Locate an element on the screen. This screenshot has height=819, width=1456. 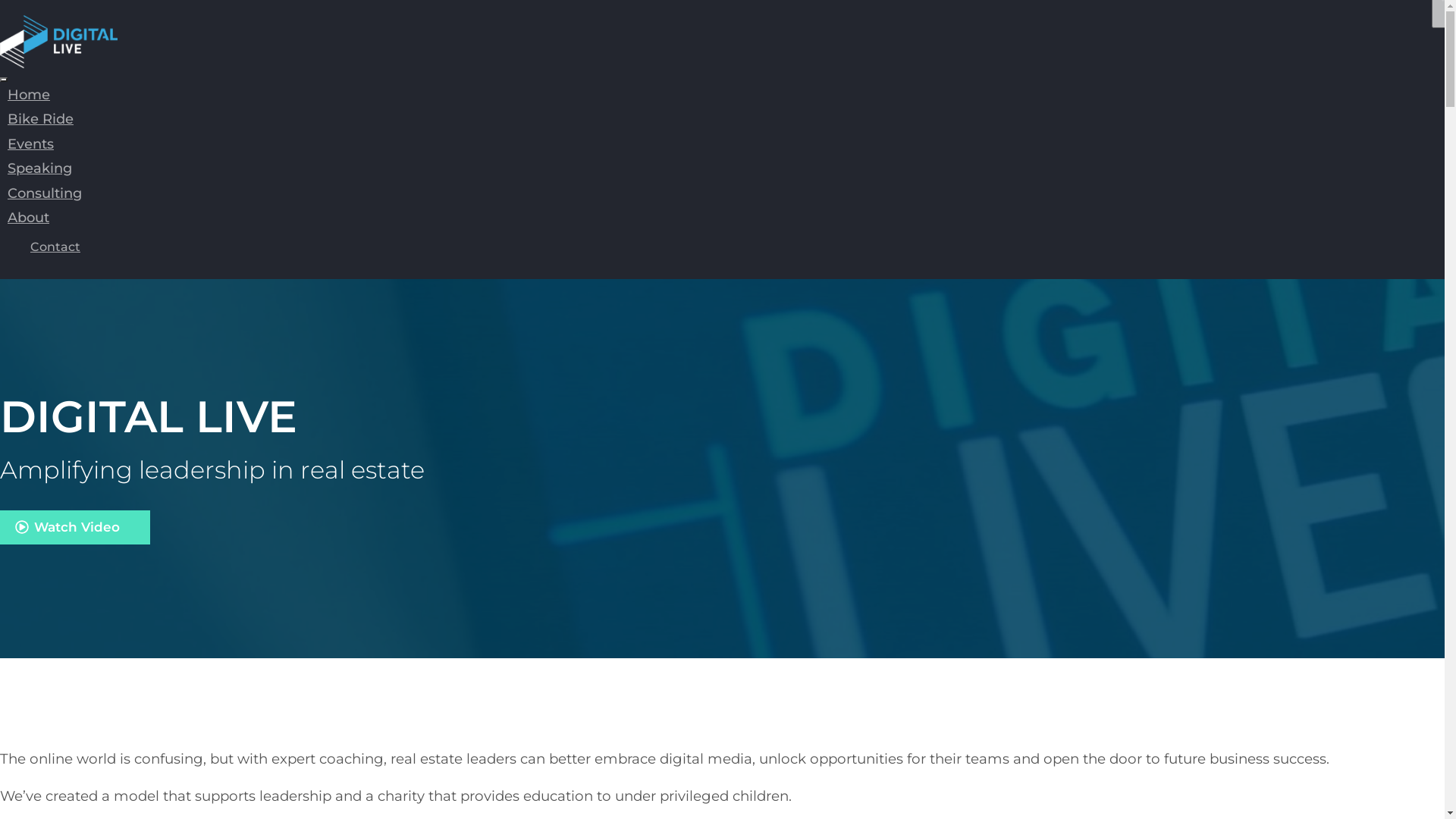
'Speaking' is located at coordinates (39, 168).